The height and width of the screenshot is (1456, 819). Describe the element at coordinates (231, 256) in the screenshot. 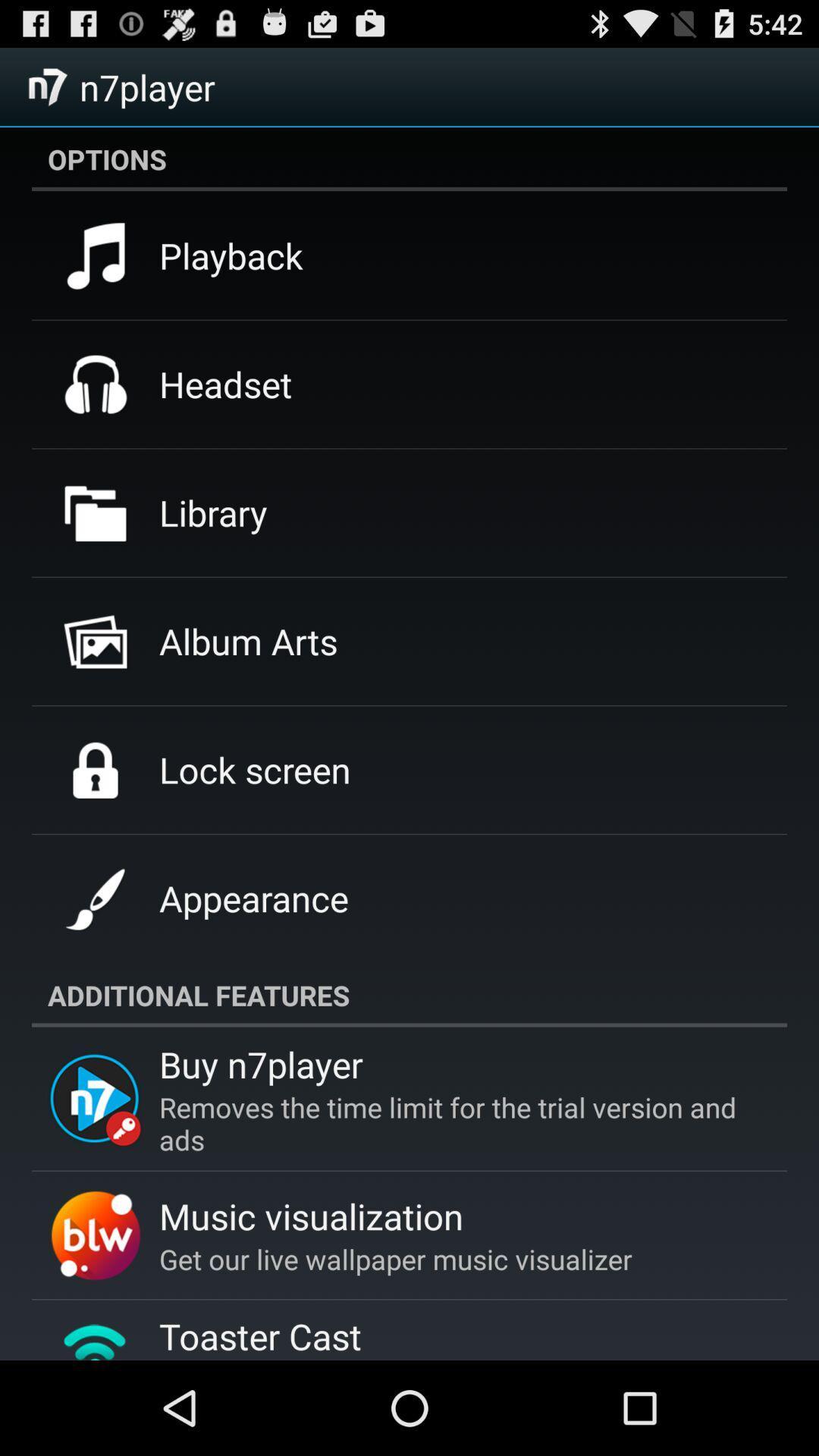

I see `the icon below the options app` at that location.